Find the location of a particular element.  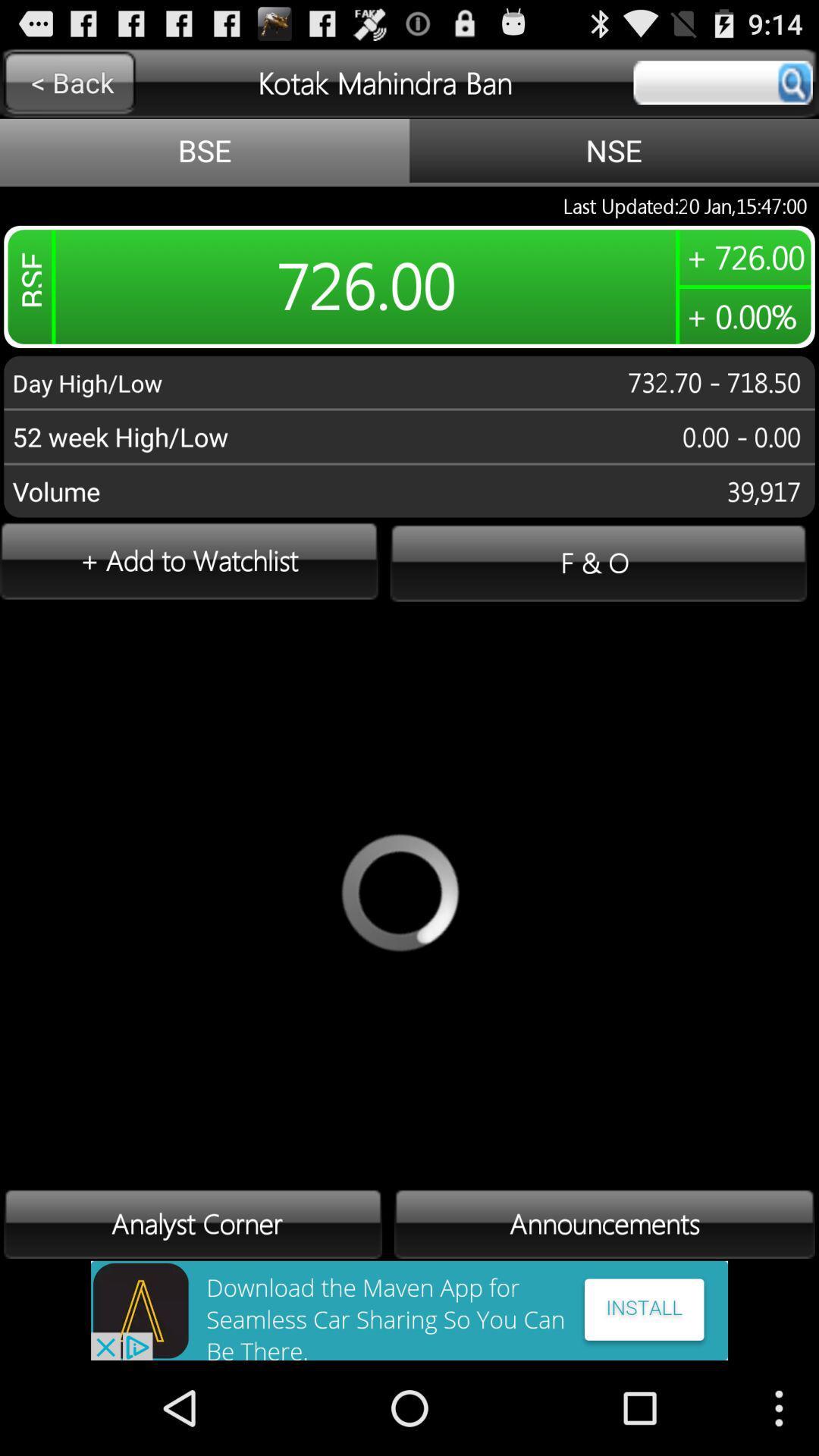

display stock price is located at coordinates (722, 82).